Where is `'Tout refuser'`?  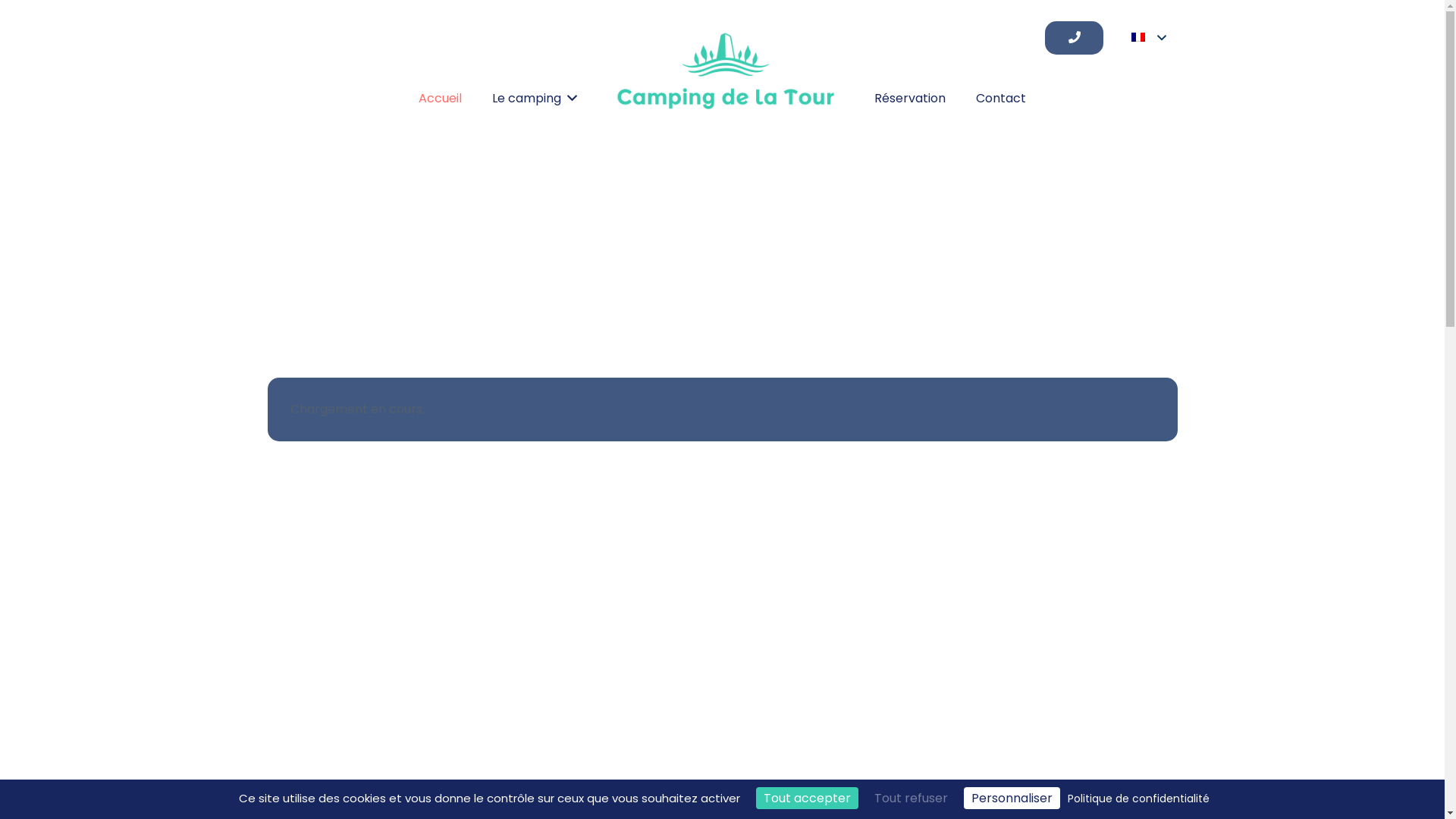
'Tout refuser' is located at coordinates (910, 797).